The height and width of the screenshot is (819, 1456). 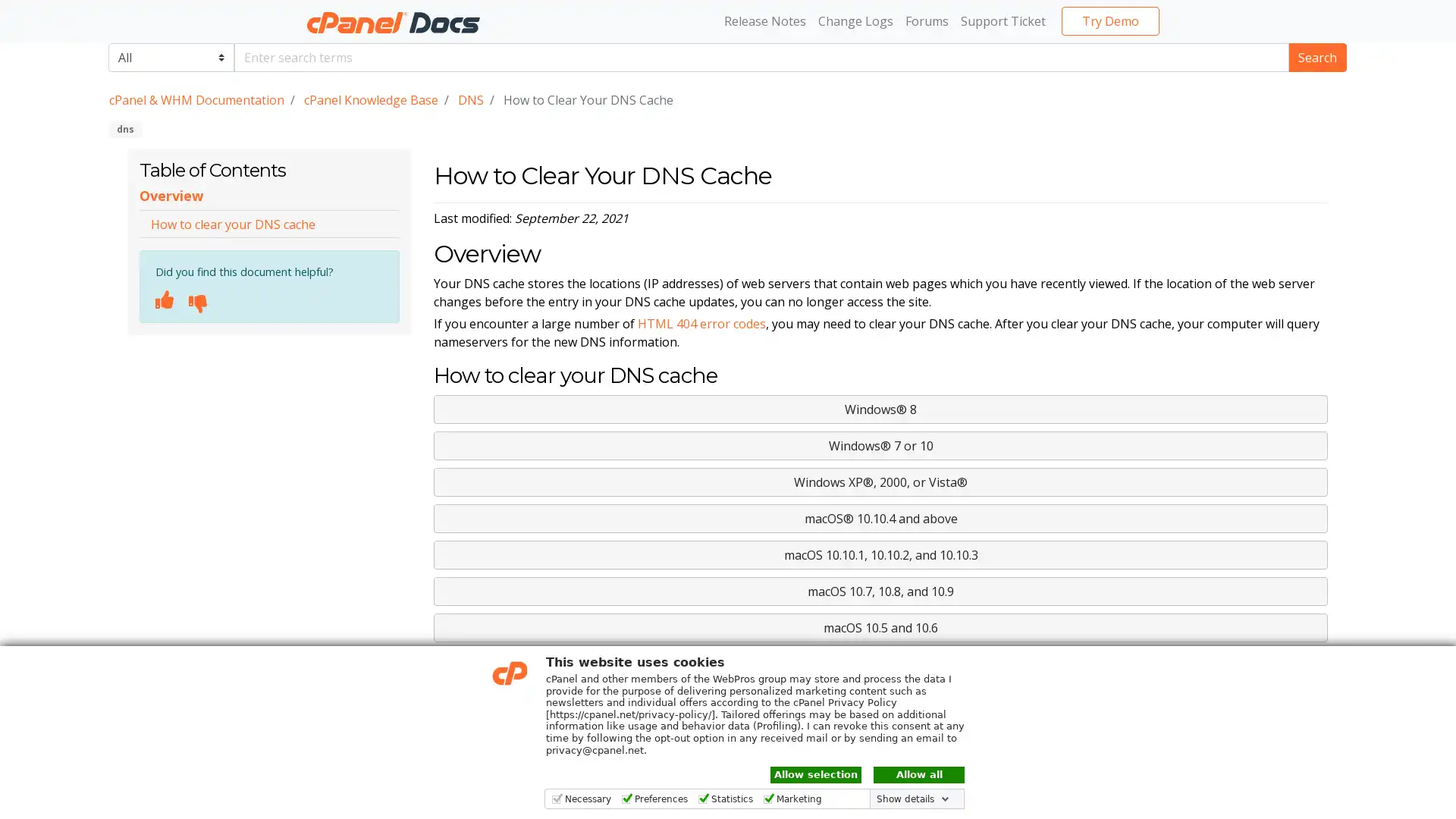 I want to click on Red Hat Enterprise Linux, CentOS, and related Linux releases, so click(x=880, y=736).